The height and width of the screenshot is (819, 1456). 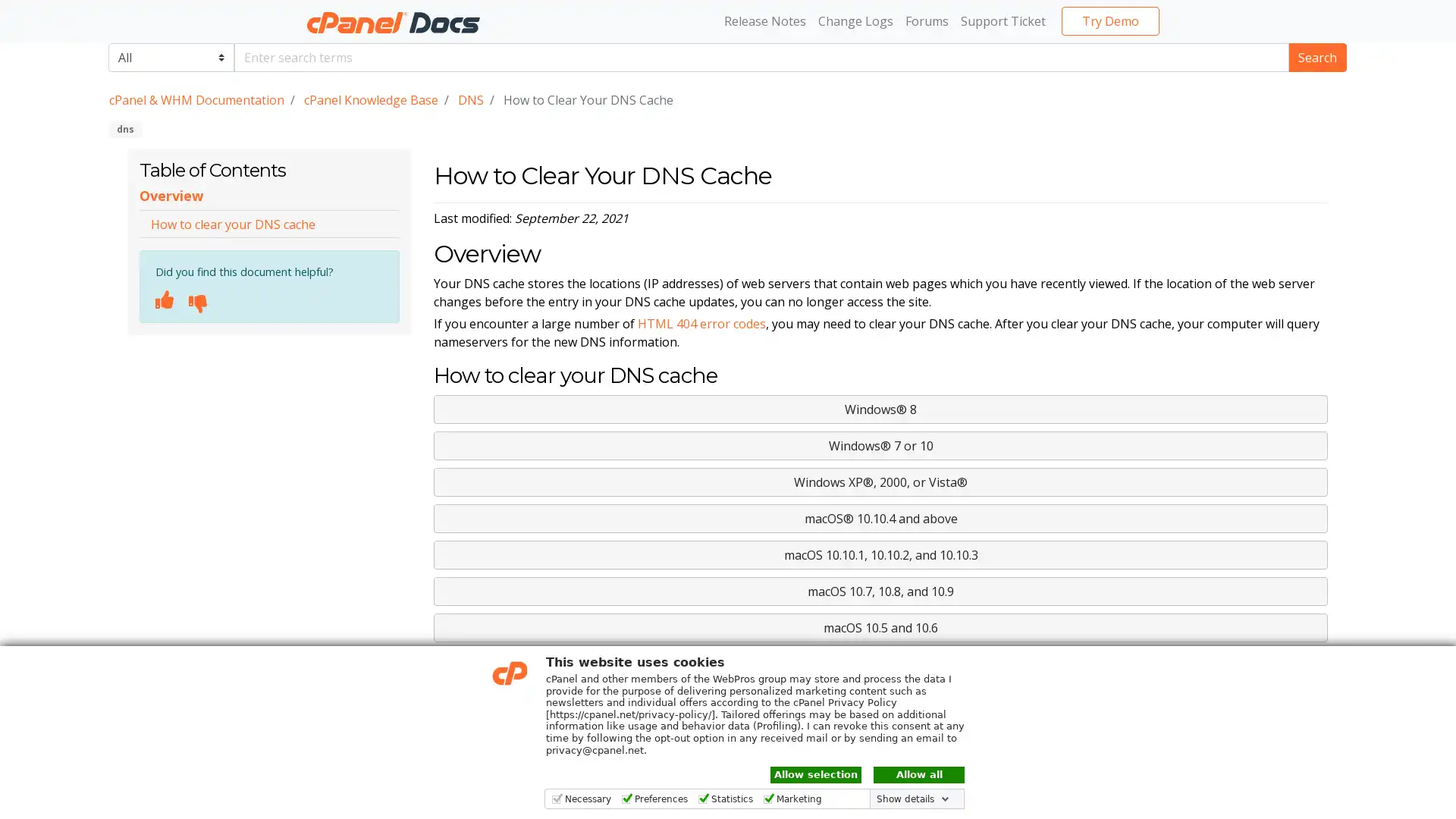 I want to click on Red Hat Enterprise Linux, CentOS, and related Linux releases, so click(x=880, y=736).